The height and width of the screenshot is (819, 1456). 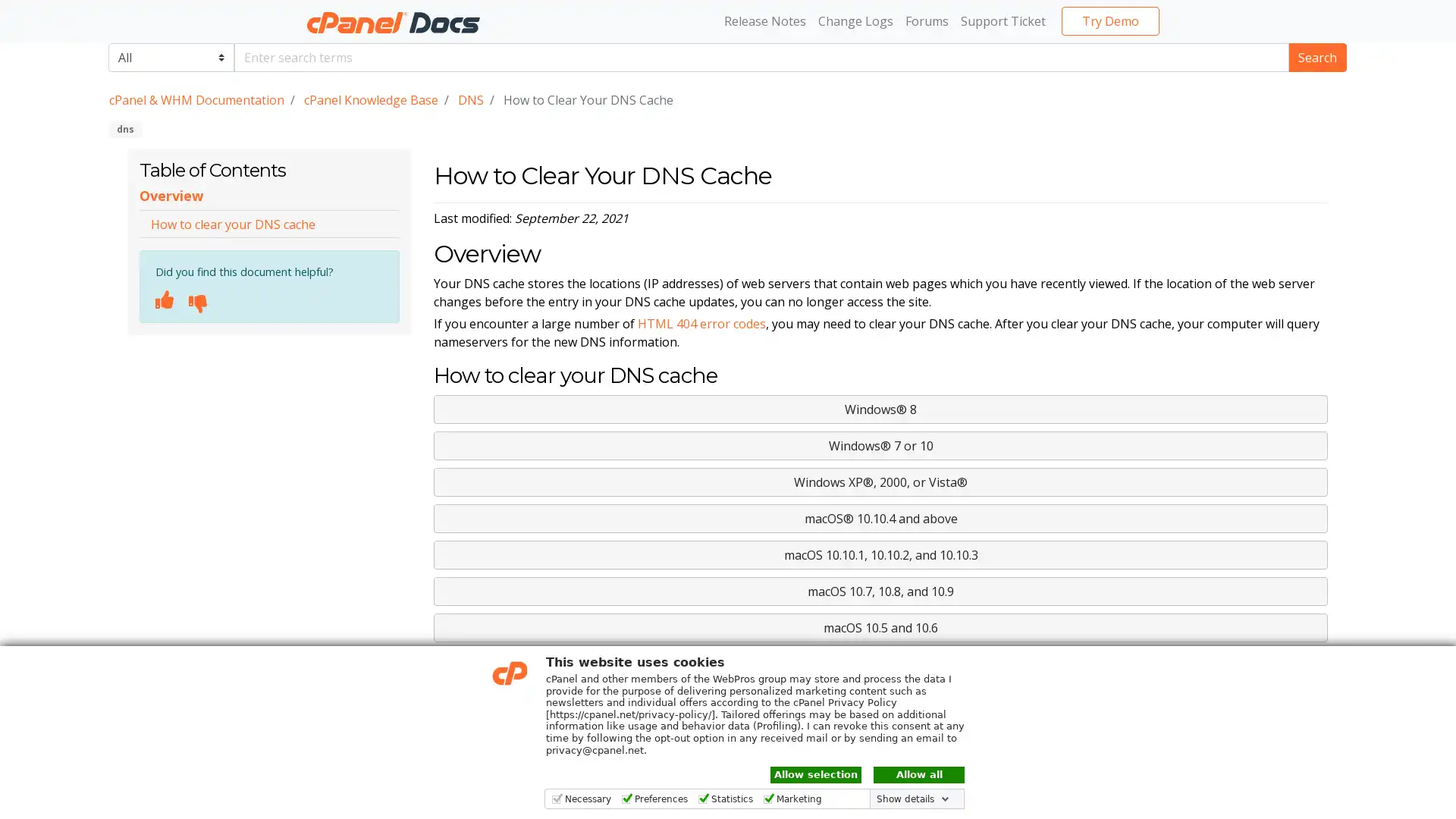 I want to click on Red Hat Enterprise Linux, CentOS, and related Linux releases, so click(x=880, y=736).